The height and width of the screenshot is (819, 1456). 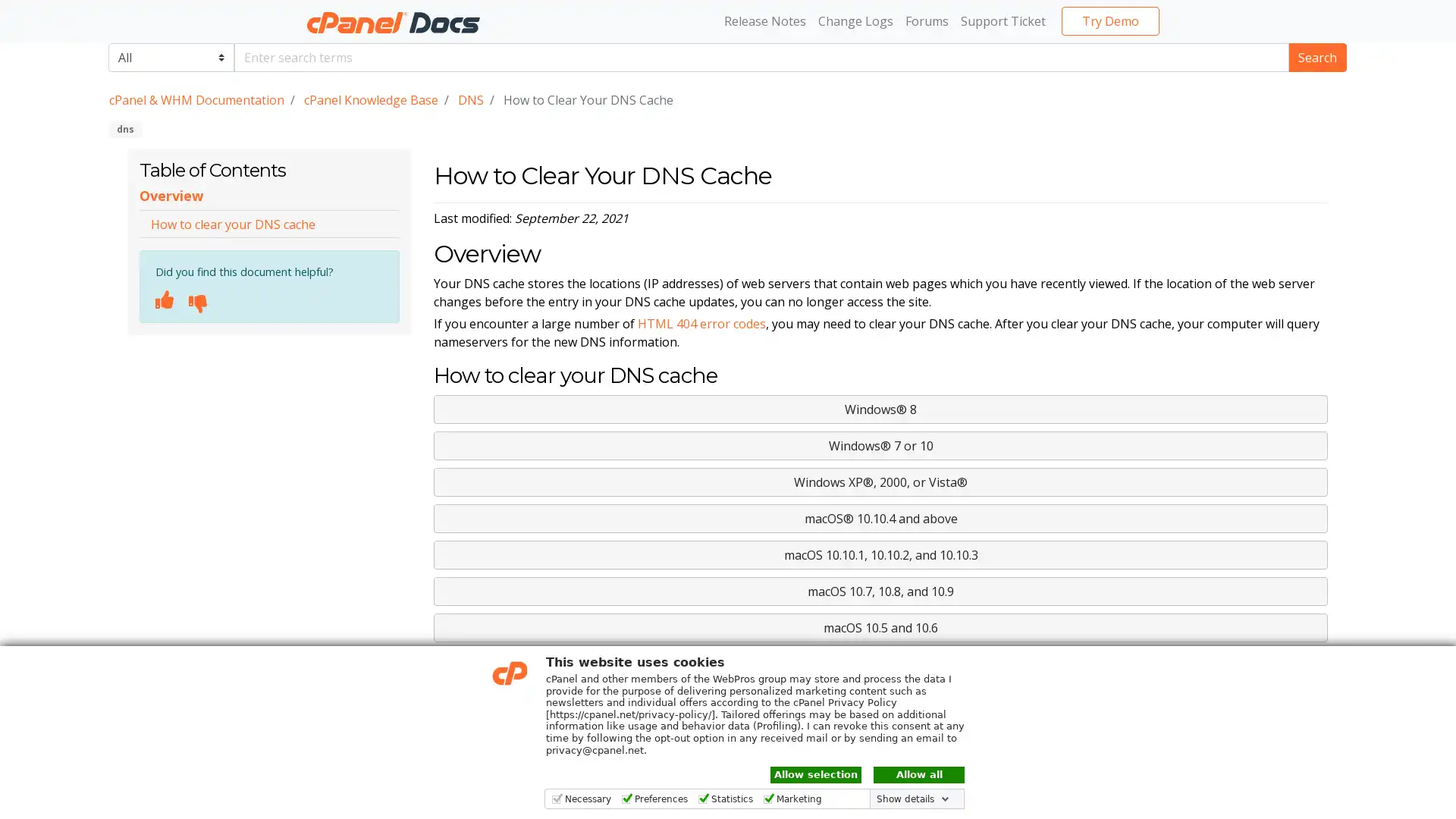 I want to click on Red Hat Enterprise Linux, CentOS, and related Linux releases, so click(x=880, y=736).